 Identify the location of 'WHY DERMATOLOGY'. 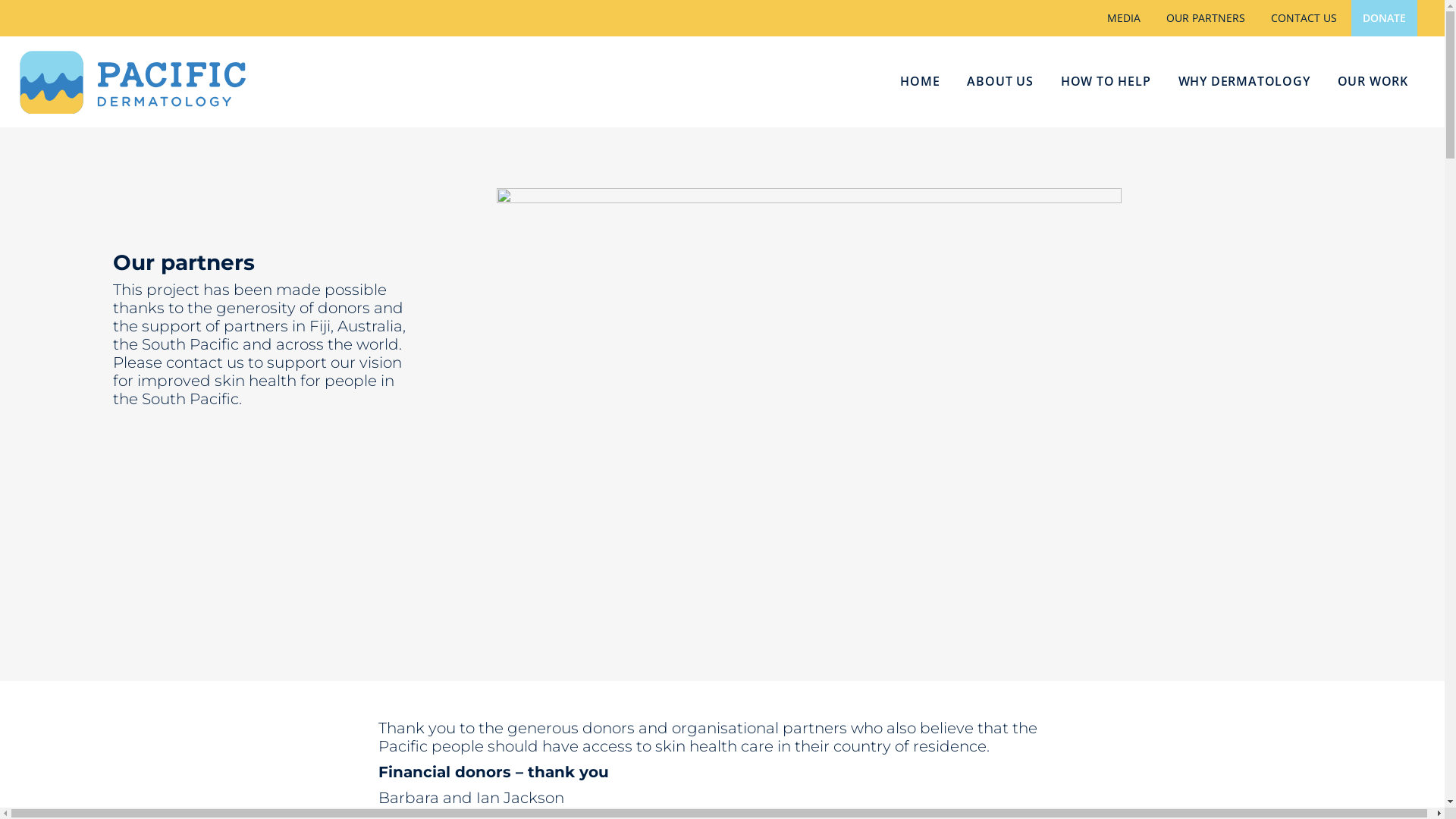
(1165, 82).